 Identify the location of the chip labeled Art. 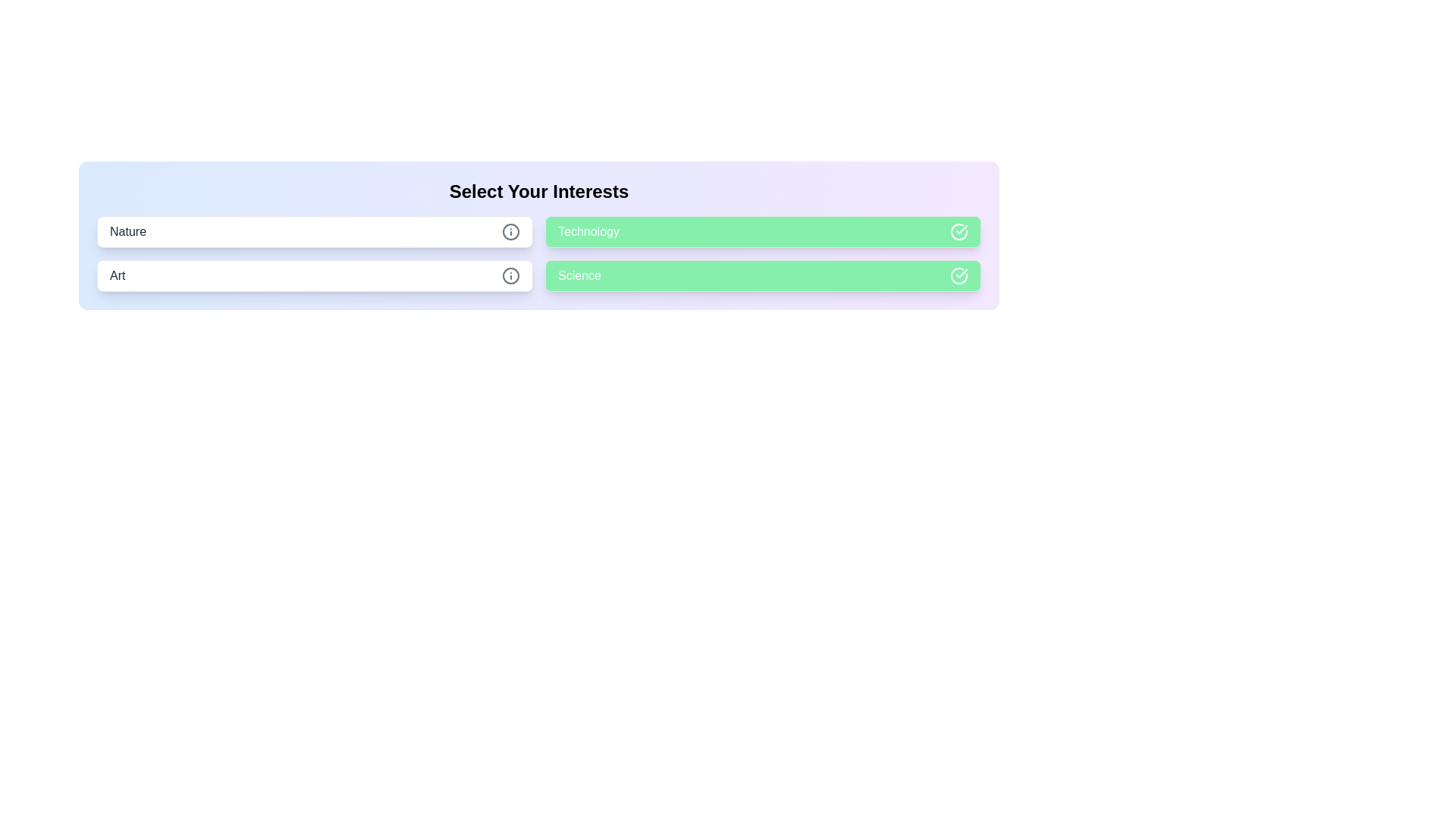
(314, 275).